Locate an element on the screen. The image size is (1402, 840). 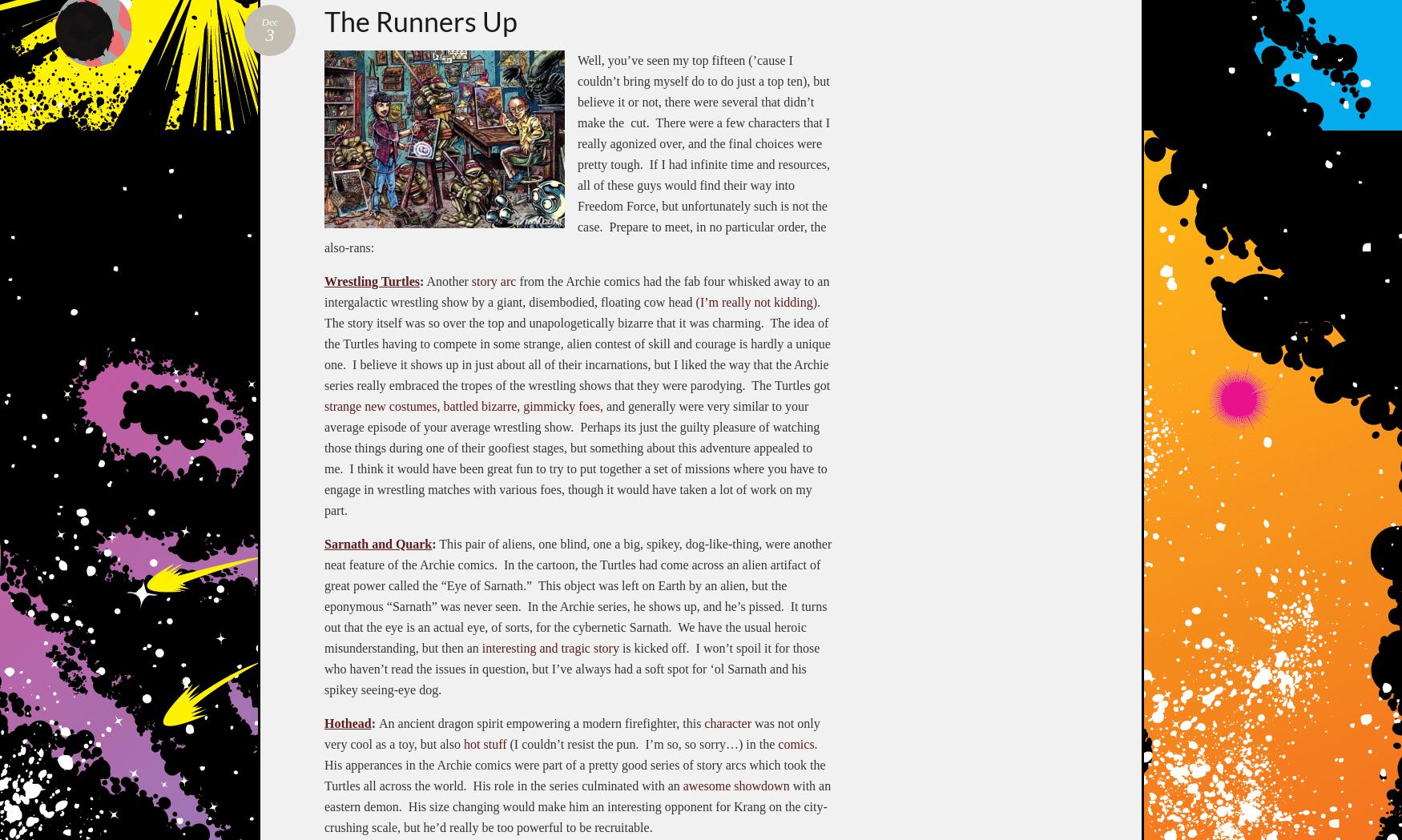
'Hothead' is located at coordinates (347, 721).